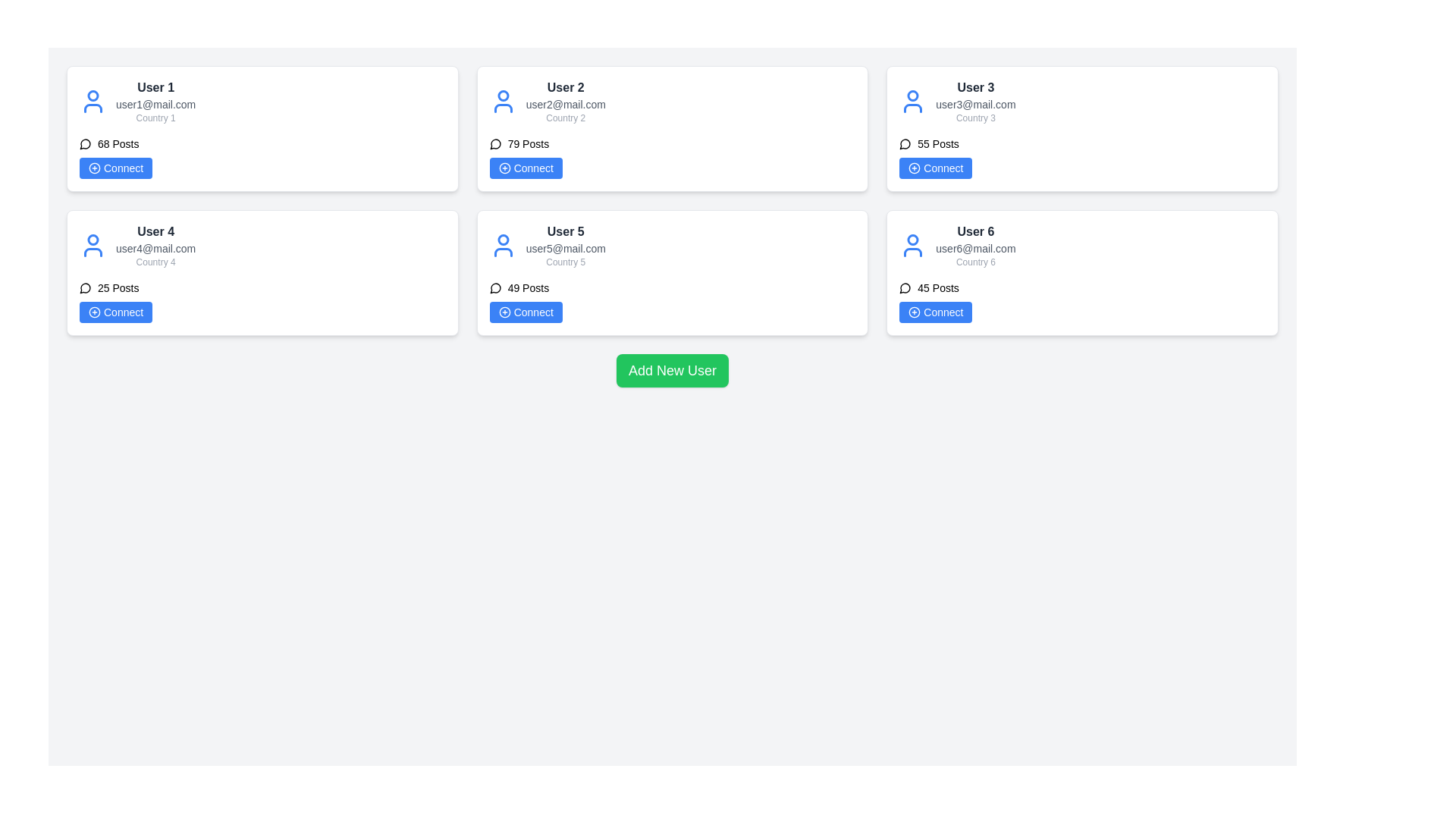  What do you see at coordinates (93, 312) in the screenshot?
I see `the icon representing the 'Connect' functionality for 'User 4'` at bounding box center [93, 312].